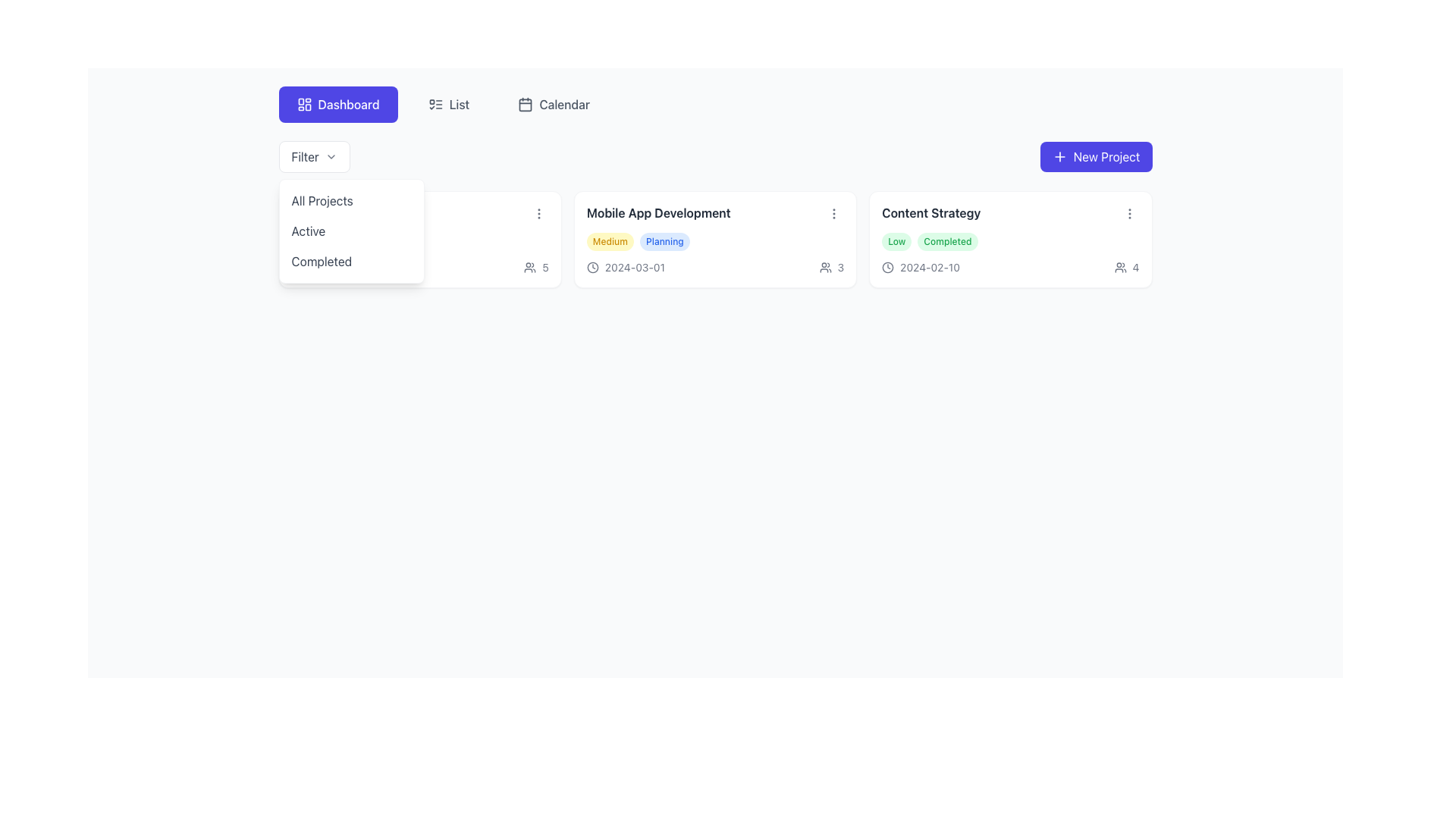  I want to click on text of the label within the 'New Project' button located in the top-right corner of the interface, so click(1106, 157).